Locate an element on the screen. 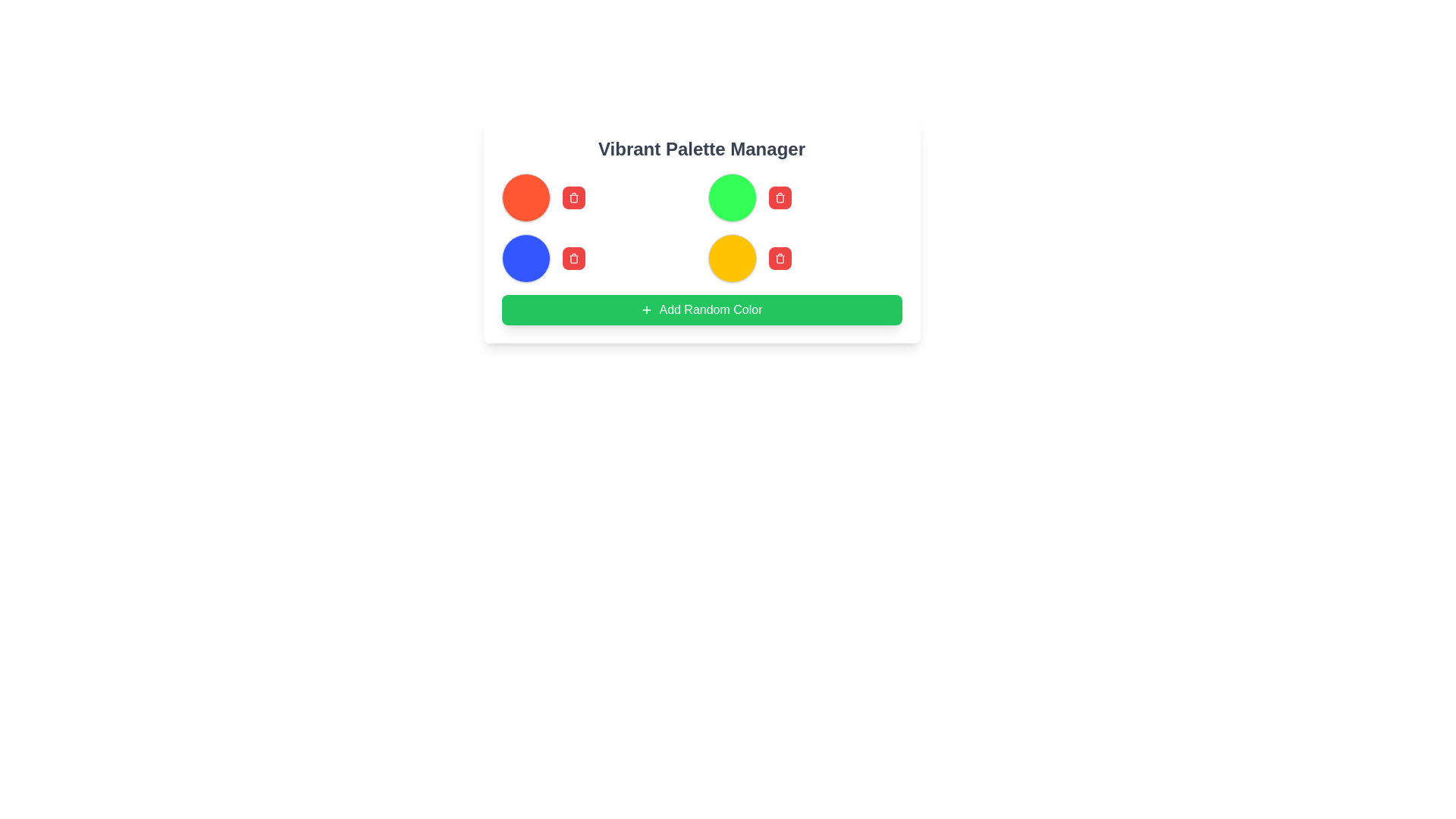 This screenshot has width=1456, height=819. the button located at the bottom of the 'Vibrant Palette Manager' panel is located at coordinates (701, 309).